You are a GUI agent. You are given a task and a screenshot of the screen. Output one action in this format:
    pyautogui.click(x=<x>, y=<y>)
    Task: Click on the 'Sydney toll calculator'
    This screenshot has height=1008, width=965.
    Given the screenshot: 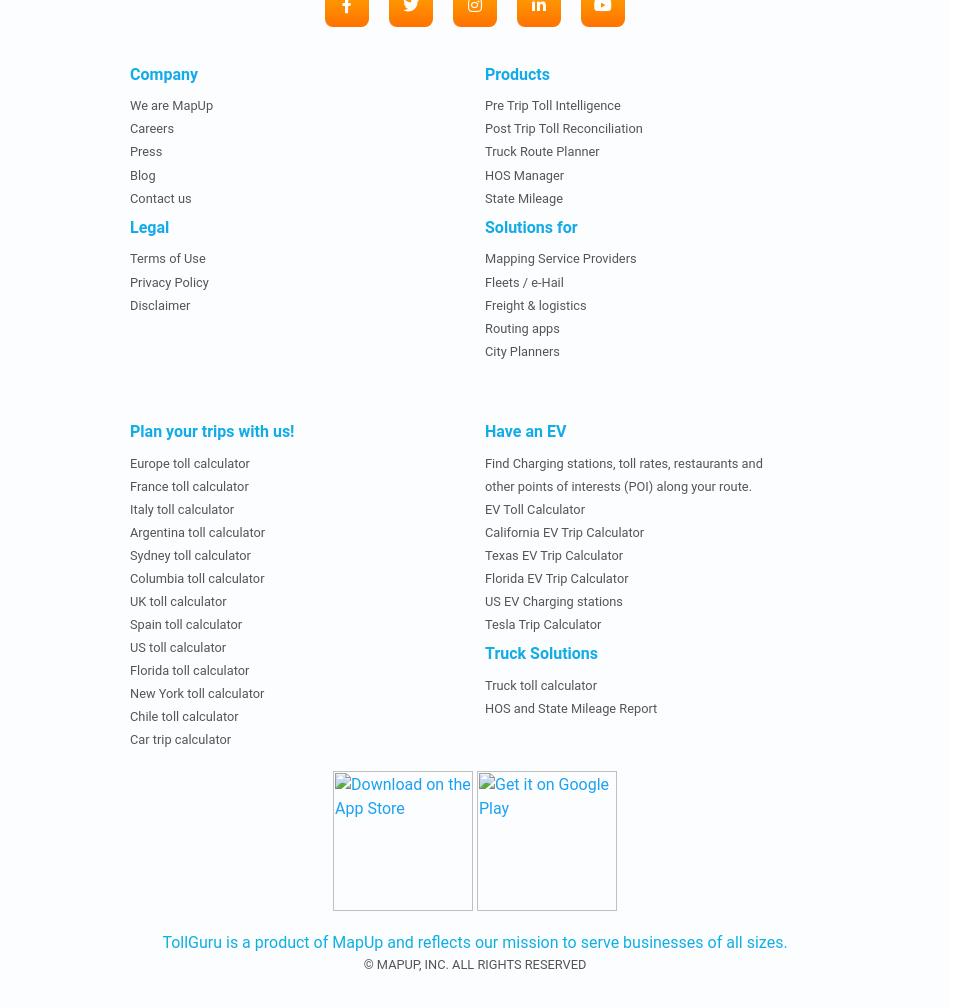 What is the action you would take?
    pyautogui.click(x=190, y=554)
    